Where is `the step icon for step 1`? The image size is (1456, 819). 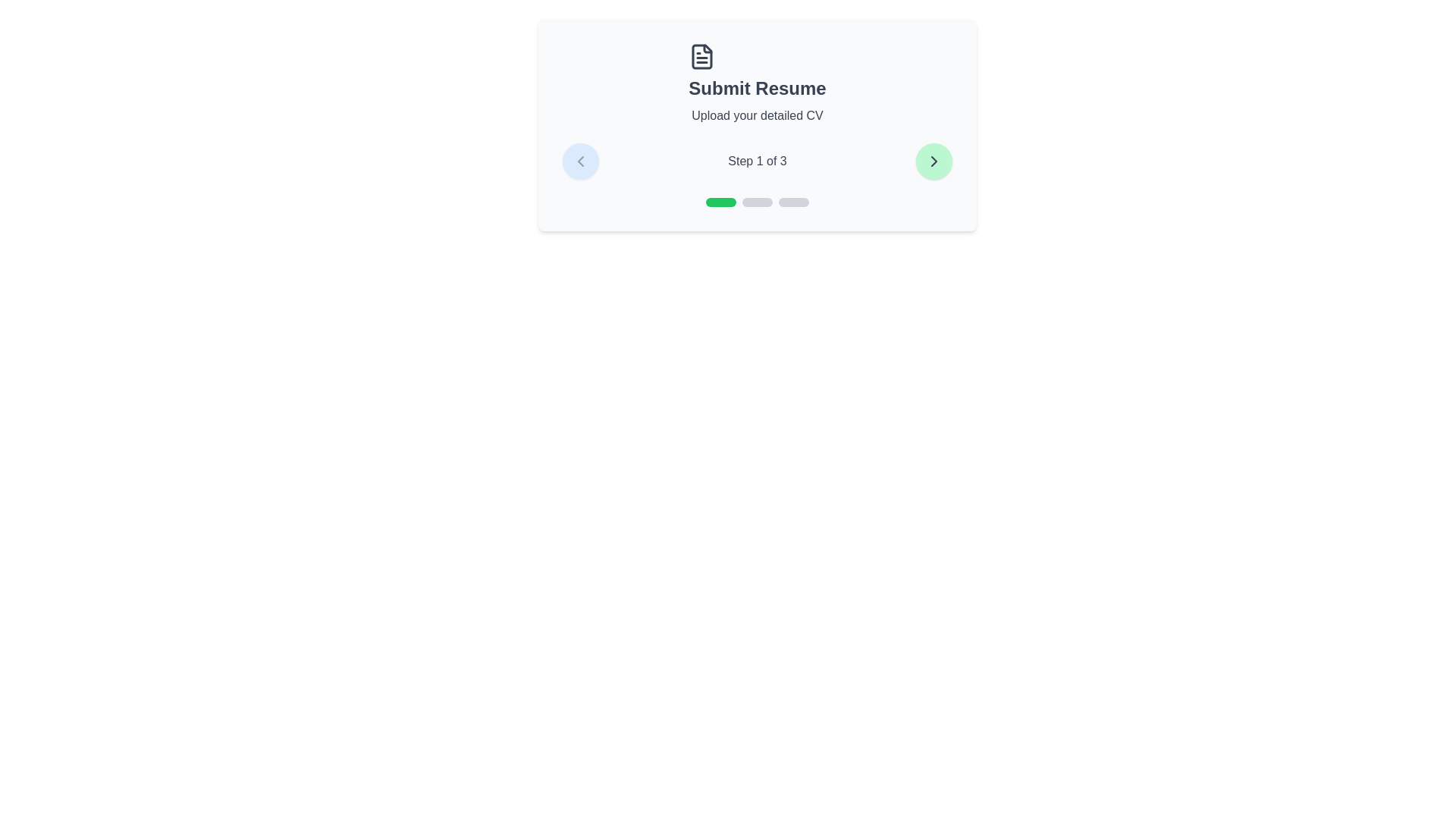 the step icon for step 1 is located at coordinates (701, 55).